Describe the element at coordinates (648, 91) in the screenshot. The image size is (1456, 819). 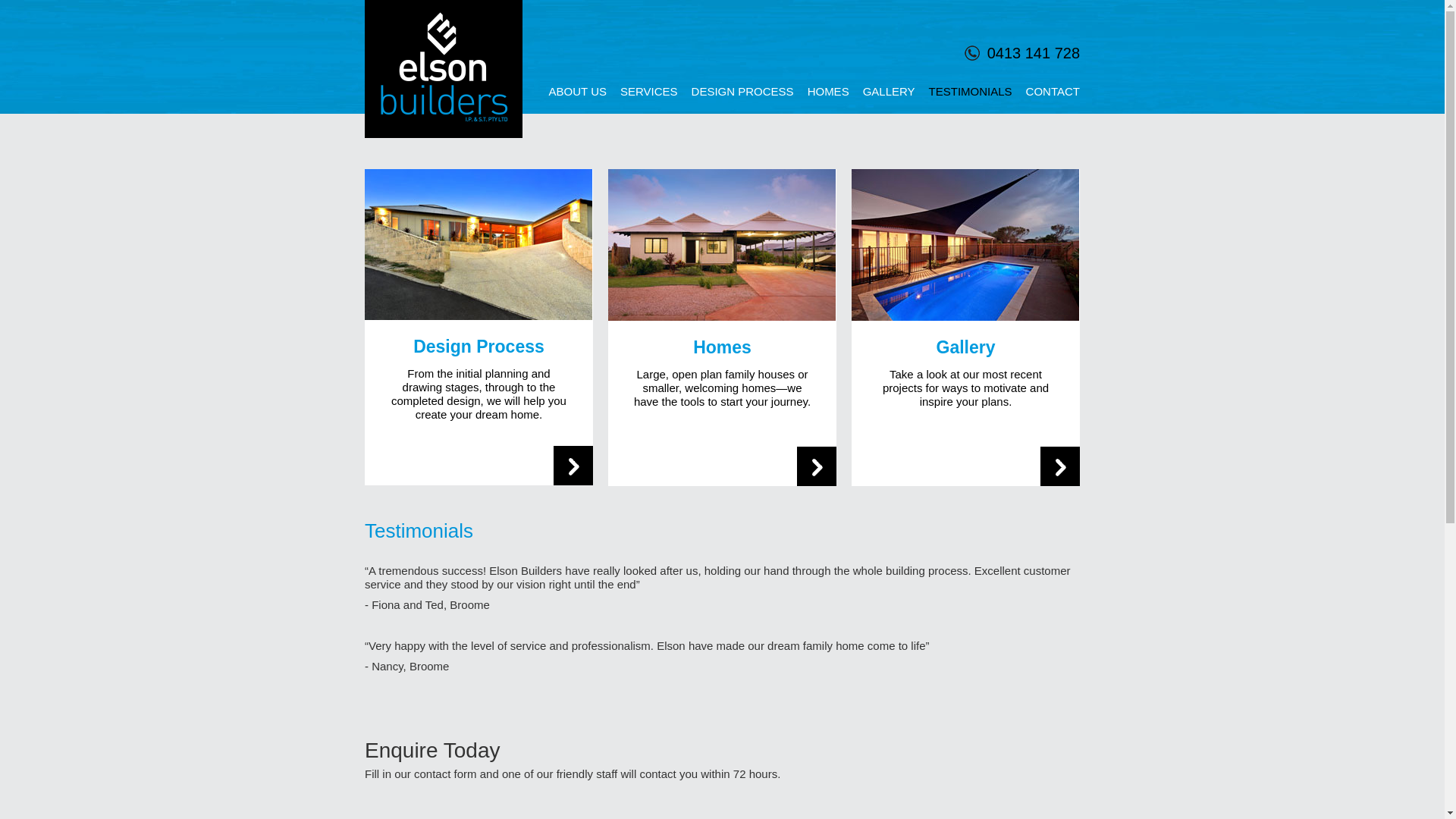
I see `'SERVICES'` at that location.